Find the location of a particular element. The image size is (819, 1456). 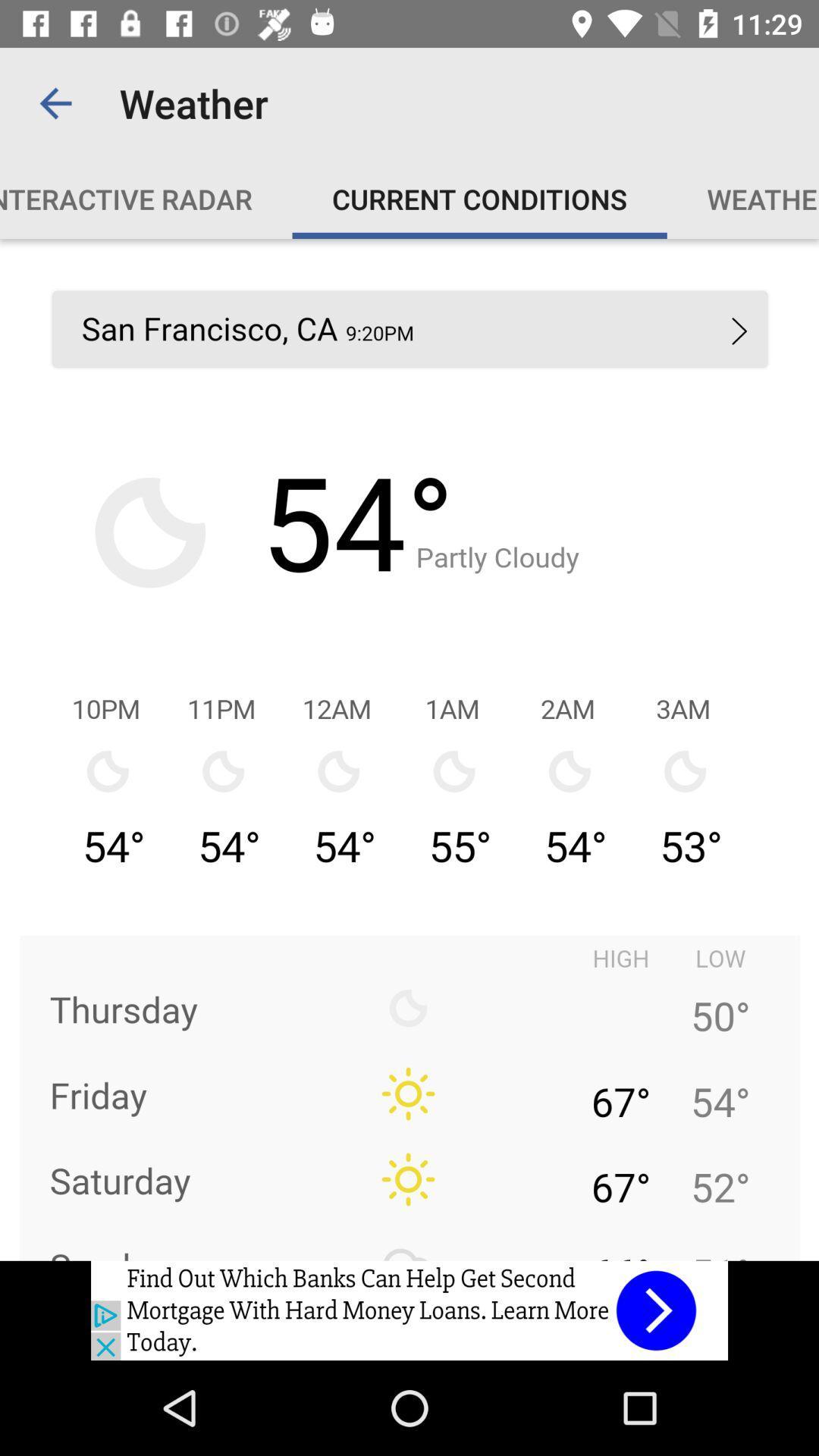

back is located at coordinates (409, 1310).